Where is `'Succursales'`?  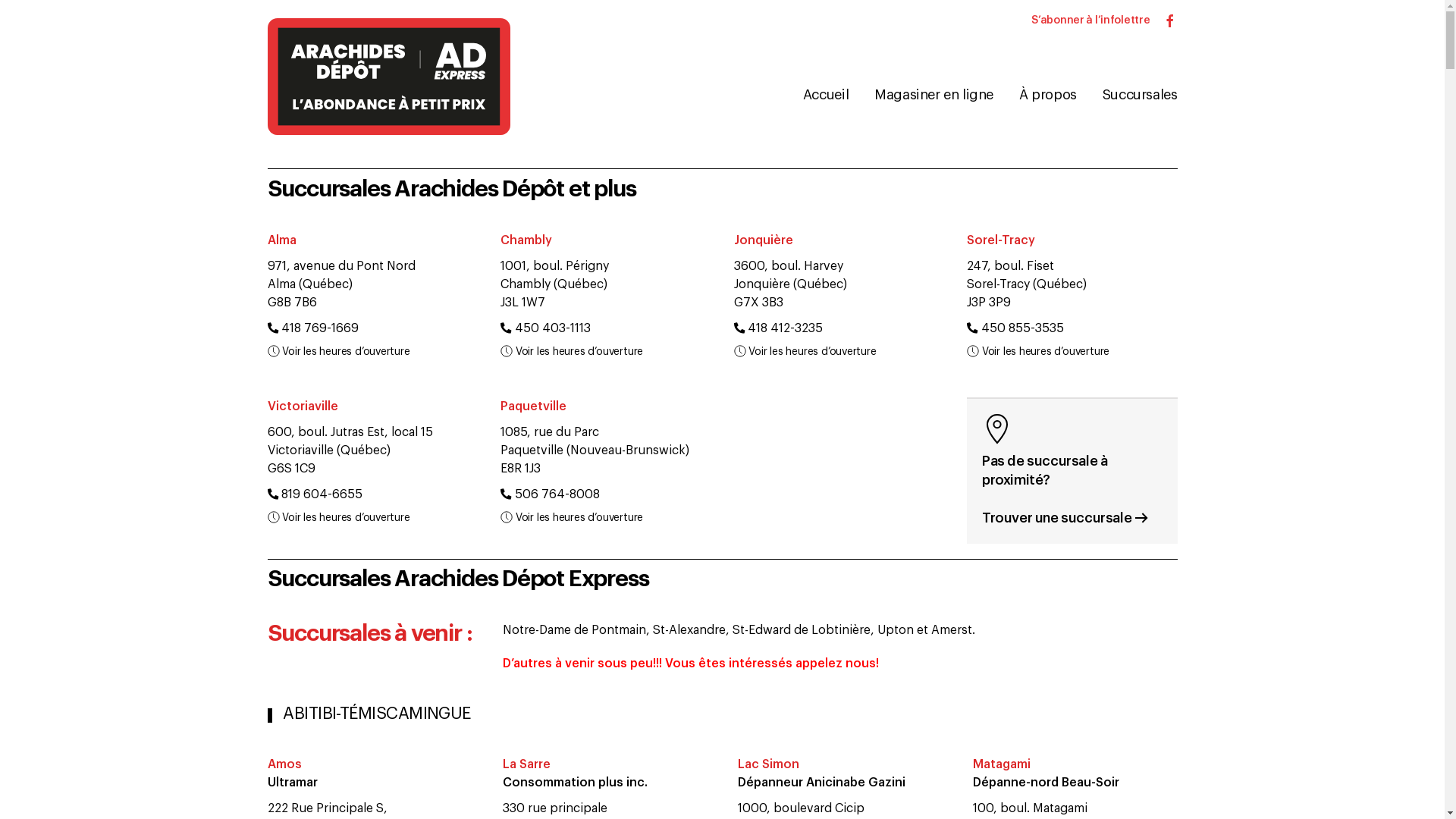 'Succursales' is located at coordinates (1139, 95).